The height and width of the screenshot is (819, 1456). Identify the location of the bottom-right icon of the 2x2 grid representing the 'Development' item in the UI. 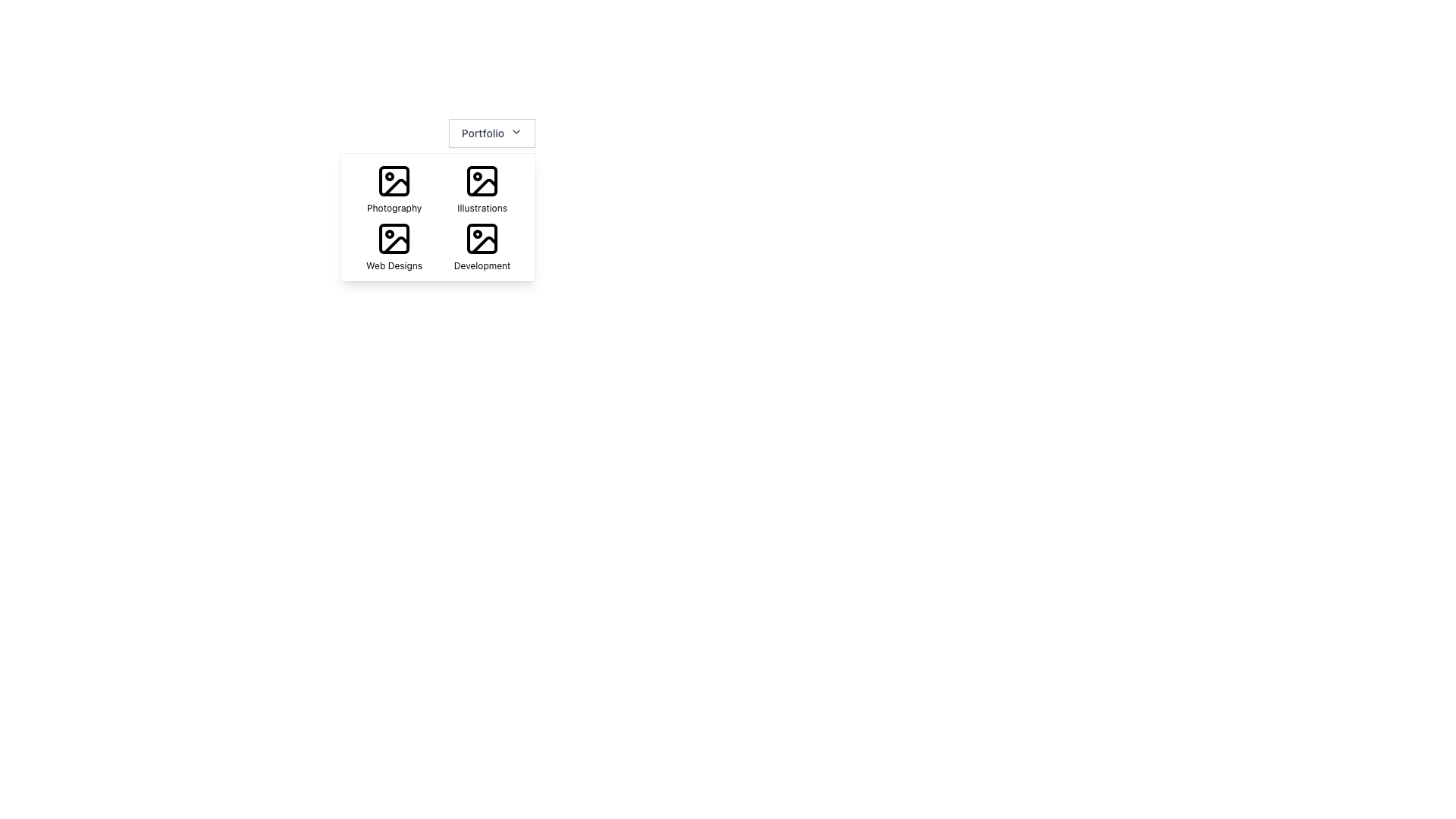
(482, 239).